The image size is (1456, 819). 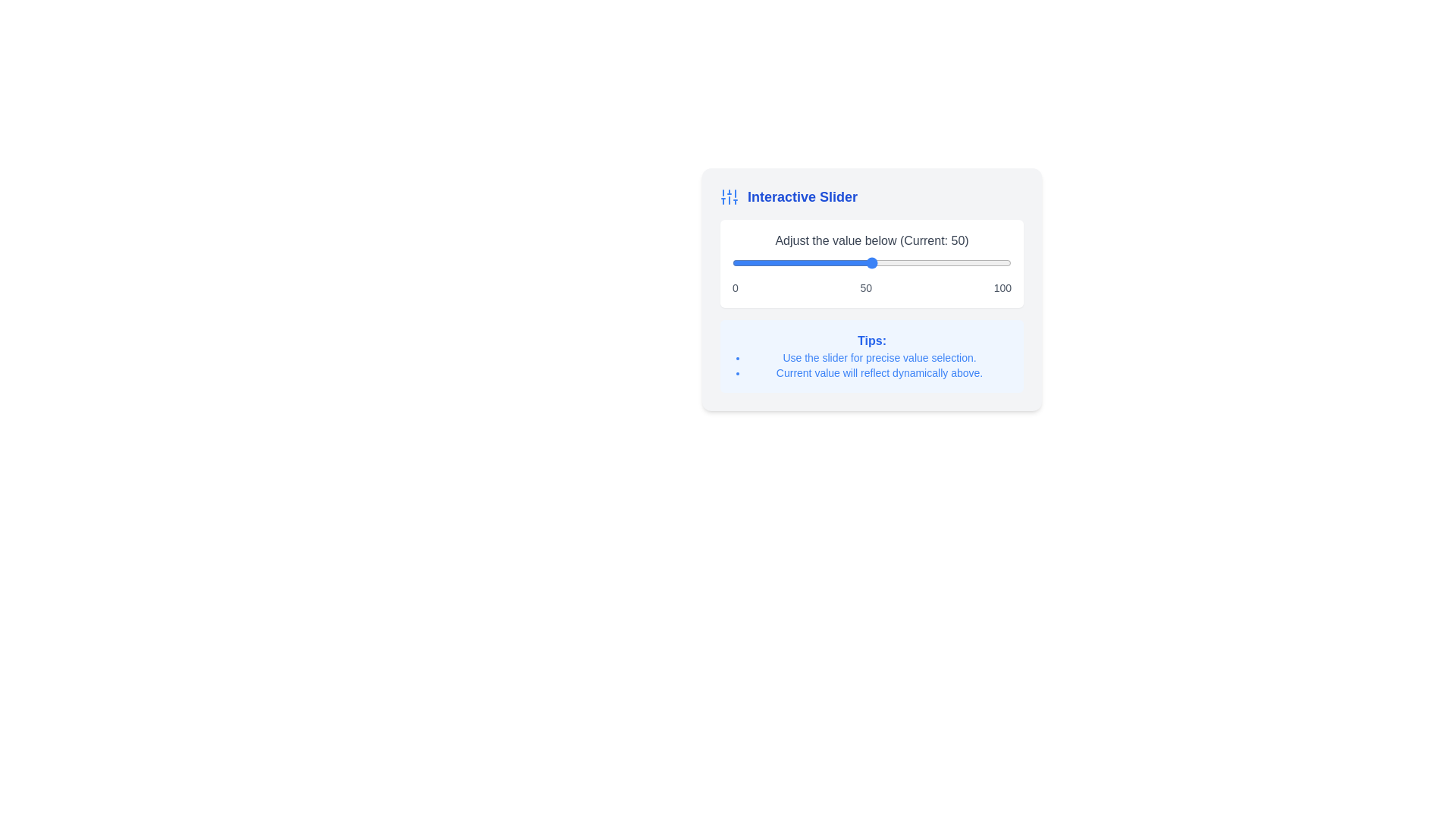 I want to click on the slider value, so click(x=880, y=262).